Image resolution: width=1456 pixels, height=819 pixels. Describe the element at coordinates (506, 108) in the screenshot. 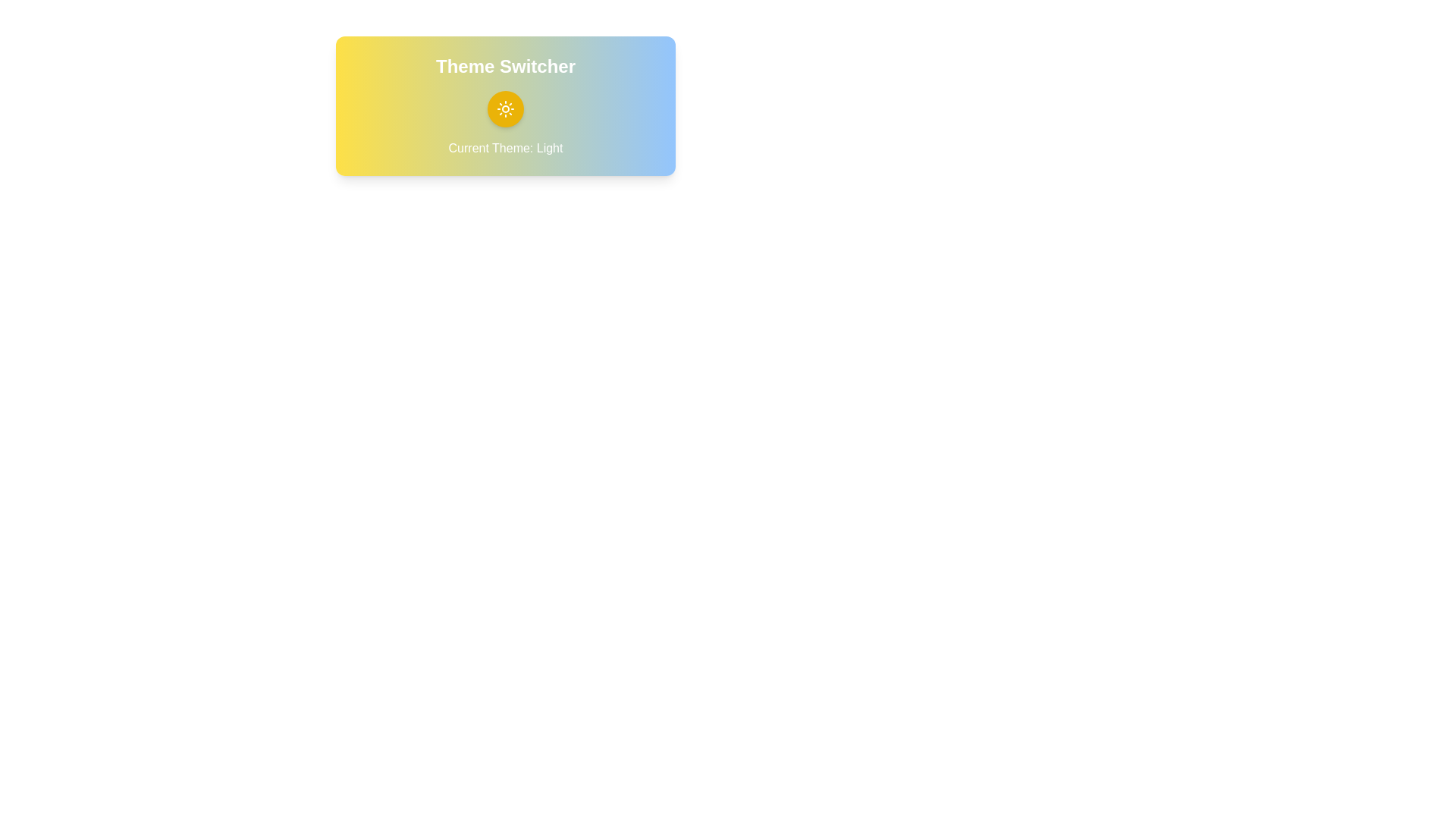

I see `the circular A button with a yellow background and a white sun icon` at that location.